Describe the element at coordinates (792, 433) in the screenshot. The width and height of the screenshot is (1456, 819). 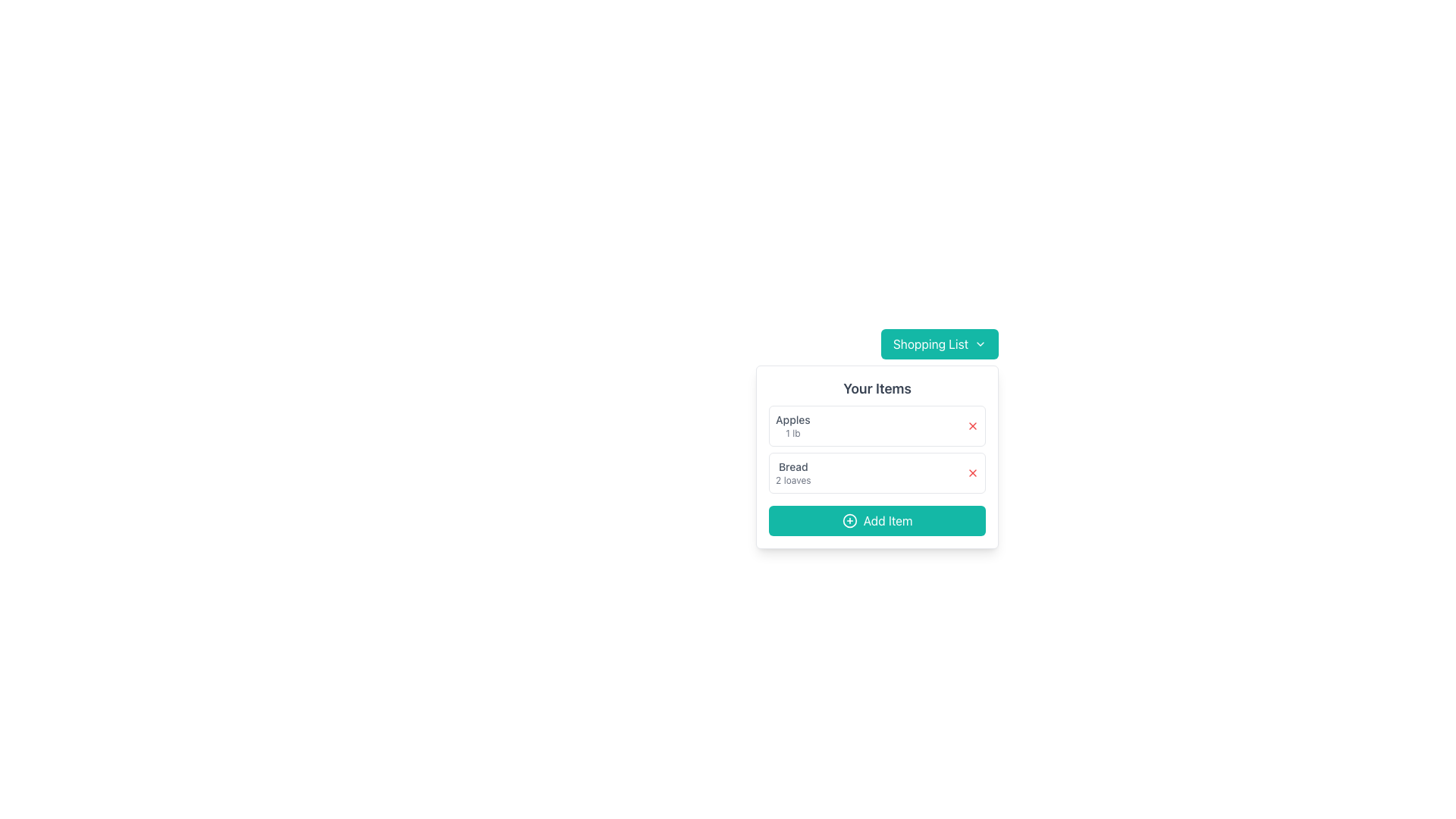
I see `additional information text label located below the 'Apples' item in the list, which provides the weight or amount` at that location.